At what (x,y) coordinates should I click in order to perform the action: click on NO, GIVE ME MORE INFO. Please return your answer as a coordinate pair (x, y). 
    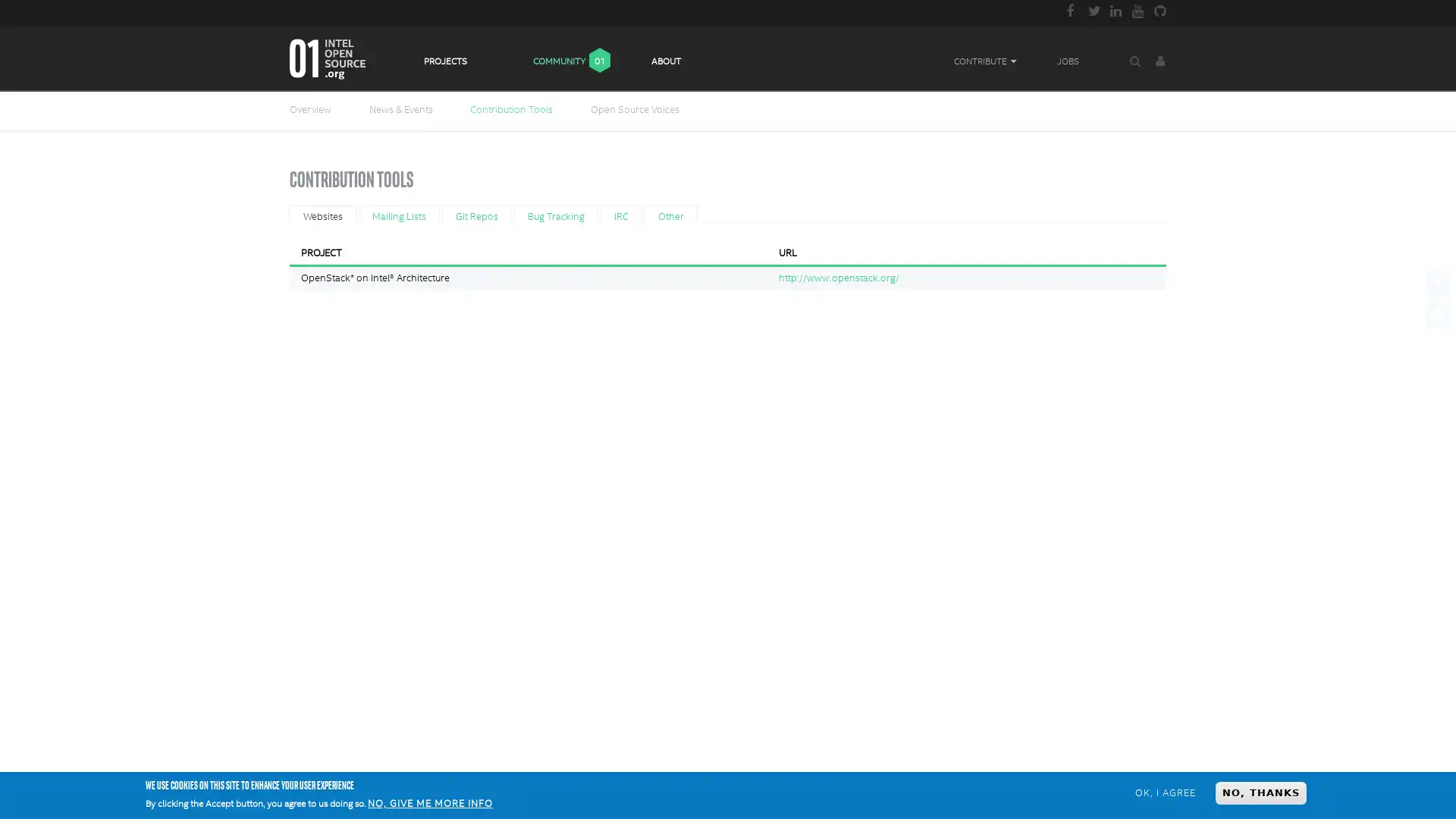
    Looking at the image, I should click on (429, 803).